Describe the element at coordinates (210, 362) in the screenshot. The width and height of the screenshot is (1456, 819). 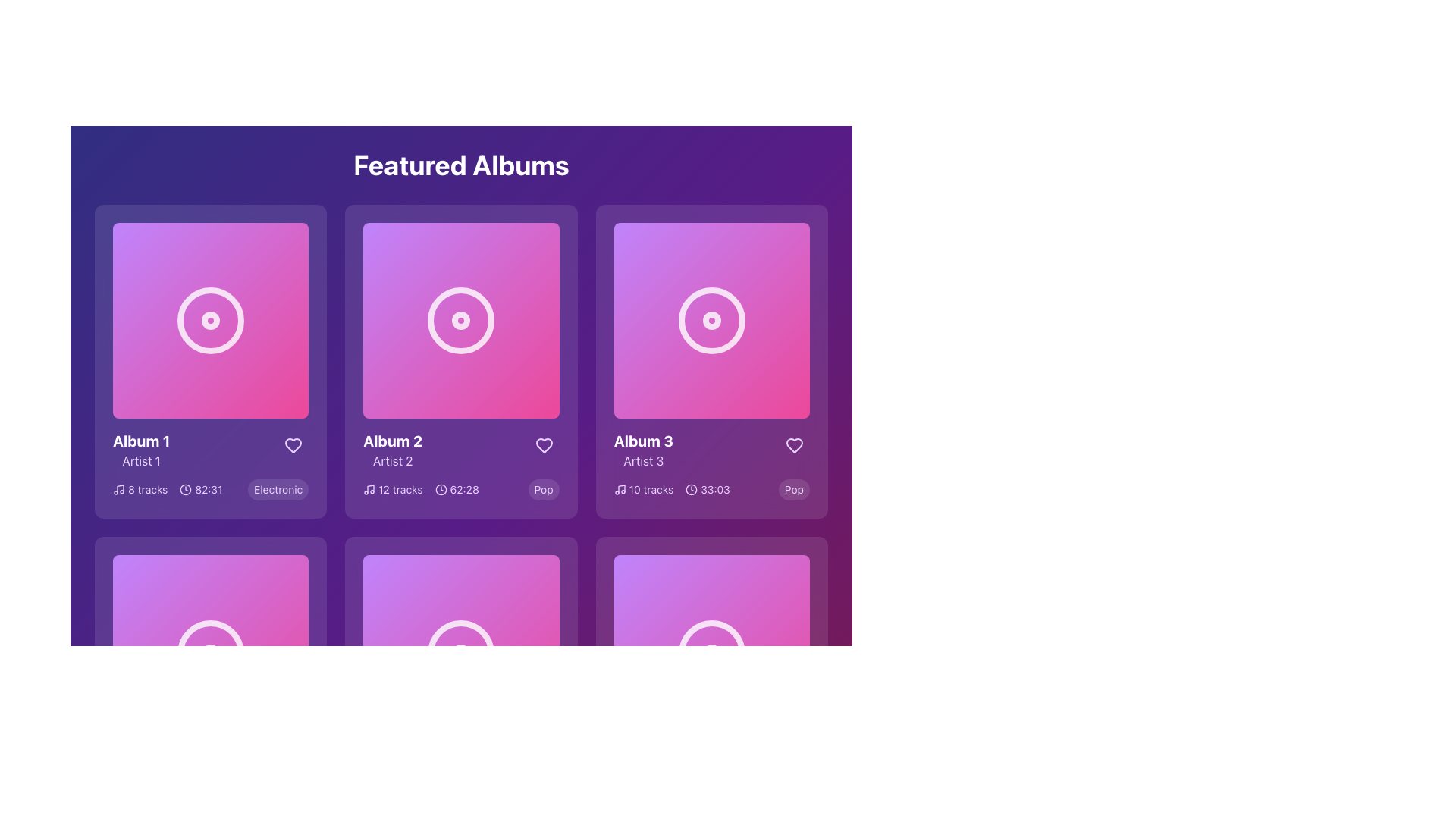
I see `the first album card located at the top-left corner of the grid layout` at that location.